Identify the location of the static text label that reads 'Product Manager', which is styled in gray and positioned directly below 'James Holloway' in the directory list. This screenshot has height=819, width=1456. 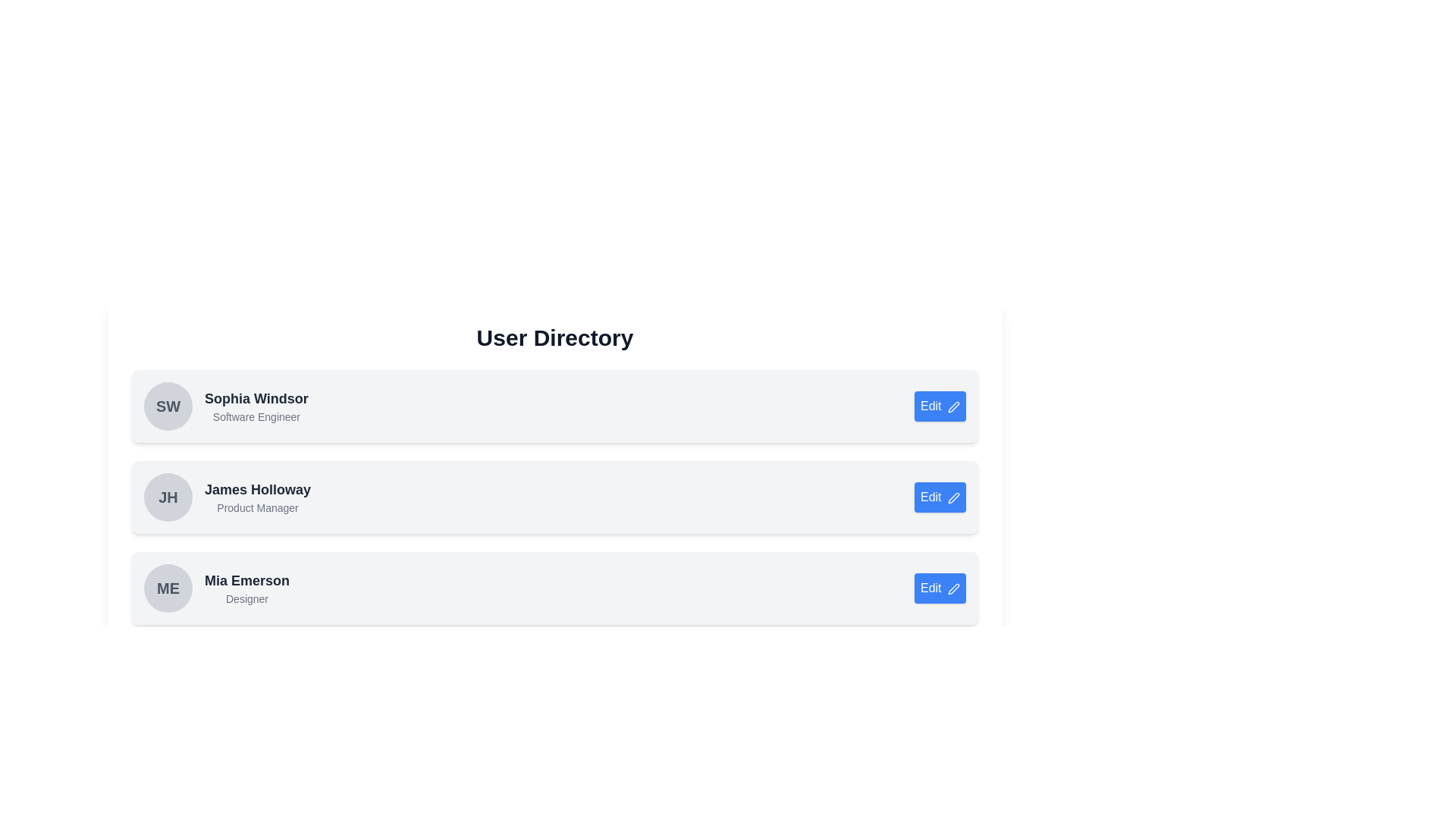
(258, 508).